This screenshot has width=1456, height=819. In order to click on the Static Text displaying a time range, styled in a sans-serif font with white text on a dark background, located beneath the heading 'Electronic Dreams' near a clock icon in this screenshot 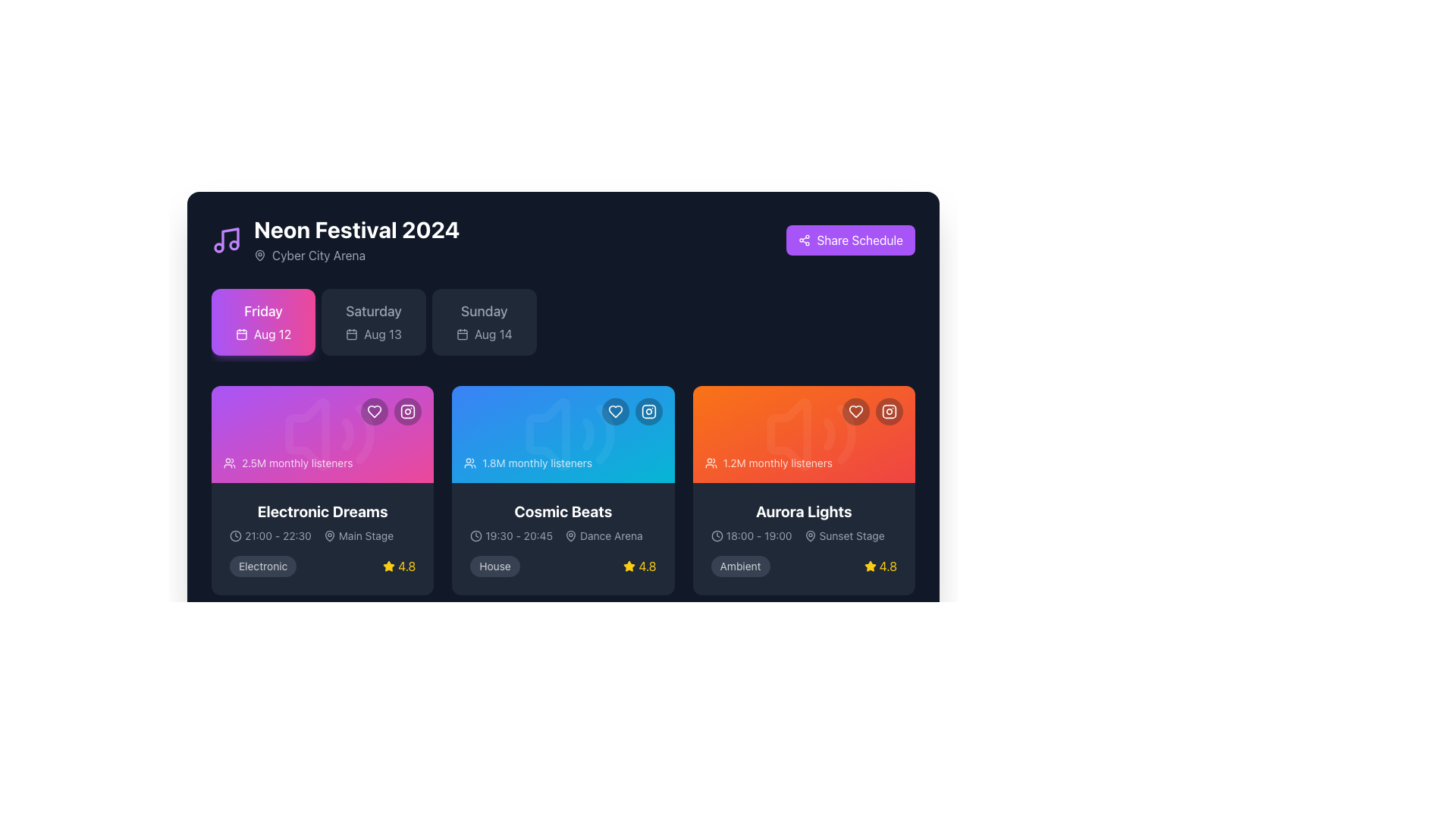, I will do `click(278, 535)`.